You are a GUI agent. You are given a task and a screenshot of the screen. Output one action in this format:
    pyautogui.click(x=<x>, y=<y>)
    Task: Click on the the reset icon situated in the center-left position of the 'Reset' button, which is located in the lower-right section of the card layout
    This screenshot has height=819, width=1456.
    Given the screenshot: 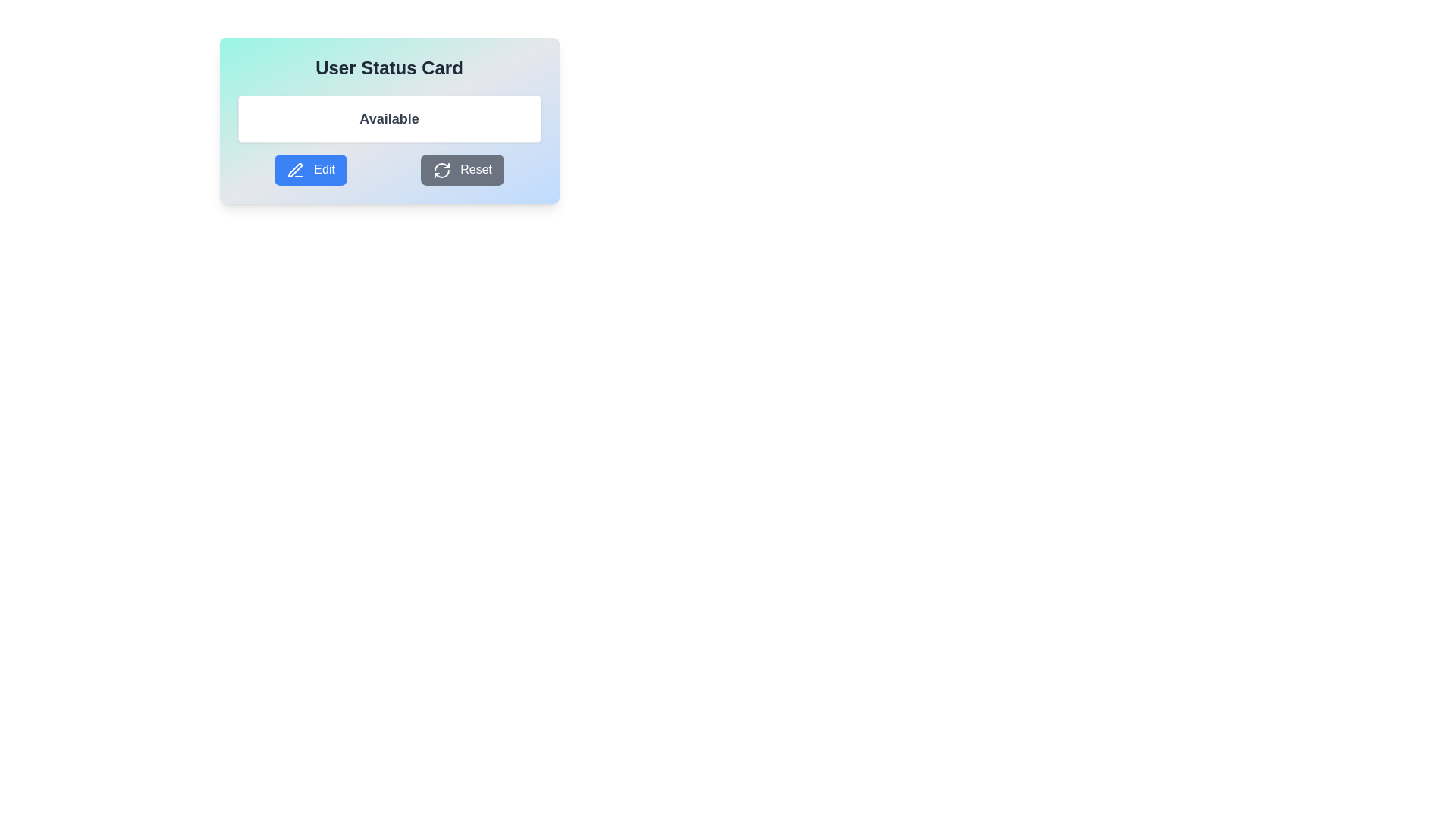 What is the action you would take?
    pyautogui.click(x=441, y=170)
    